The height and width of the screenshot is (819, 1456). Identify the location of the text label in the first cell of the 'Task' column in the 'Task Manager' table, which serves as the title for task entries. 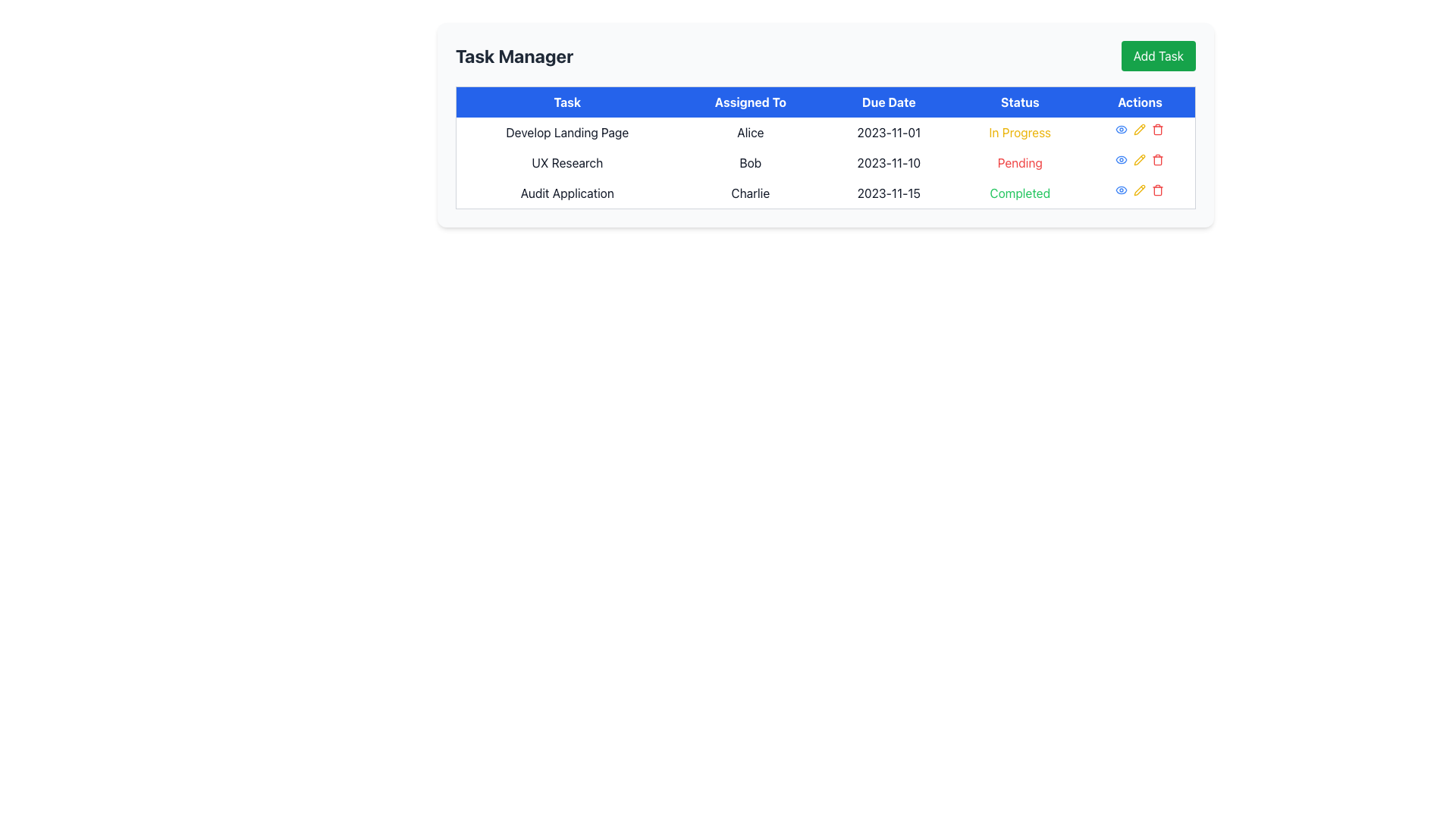
(566, 131).